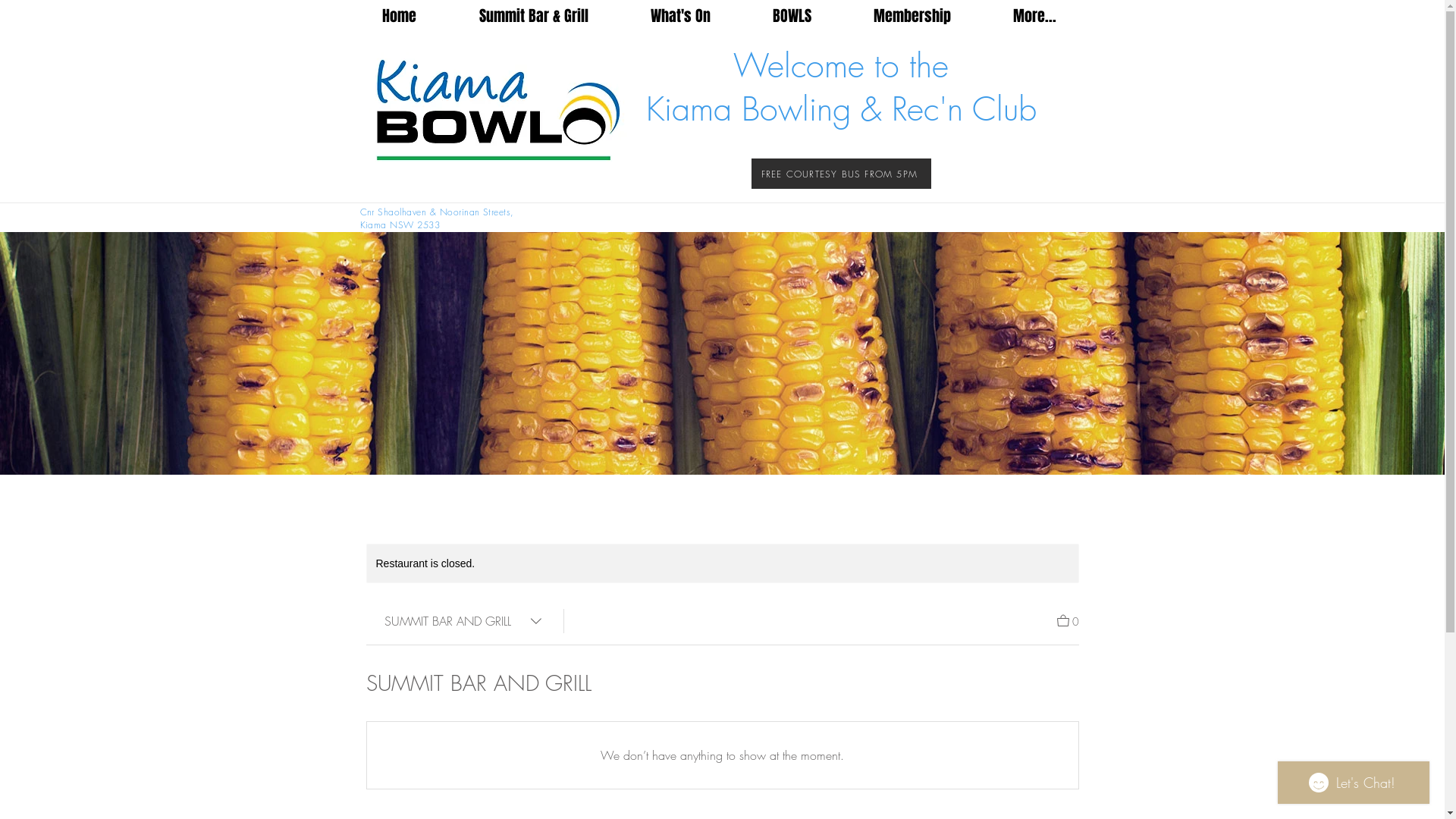  What do you see at coordinates (679, 16) in the screenshot?
I see `'What's On'` at bounding box center [679, 16].